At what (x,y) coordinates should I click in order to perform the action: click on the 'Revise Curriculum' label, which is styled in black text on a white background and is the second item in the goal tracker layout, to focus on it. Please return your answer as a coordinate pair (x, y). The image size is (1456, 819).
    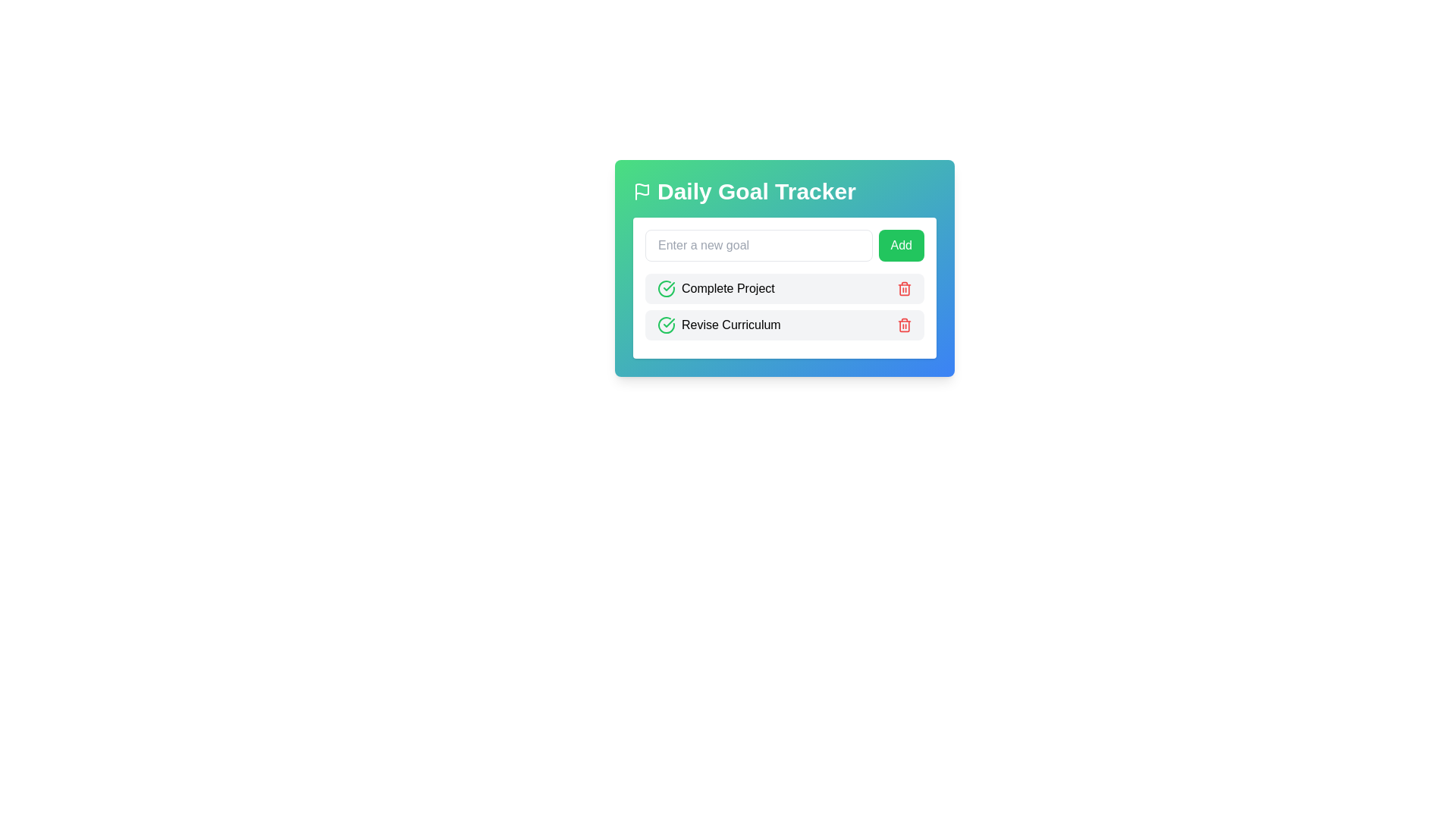
    Looking at the image, I should click on (731, 324).